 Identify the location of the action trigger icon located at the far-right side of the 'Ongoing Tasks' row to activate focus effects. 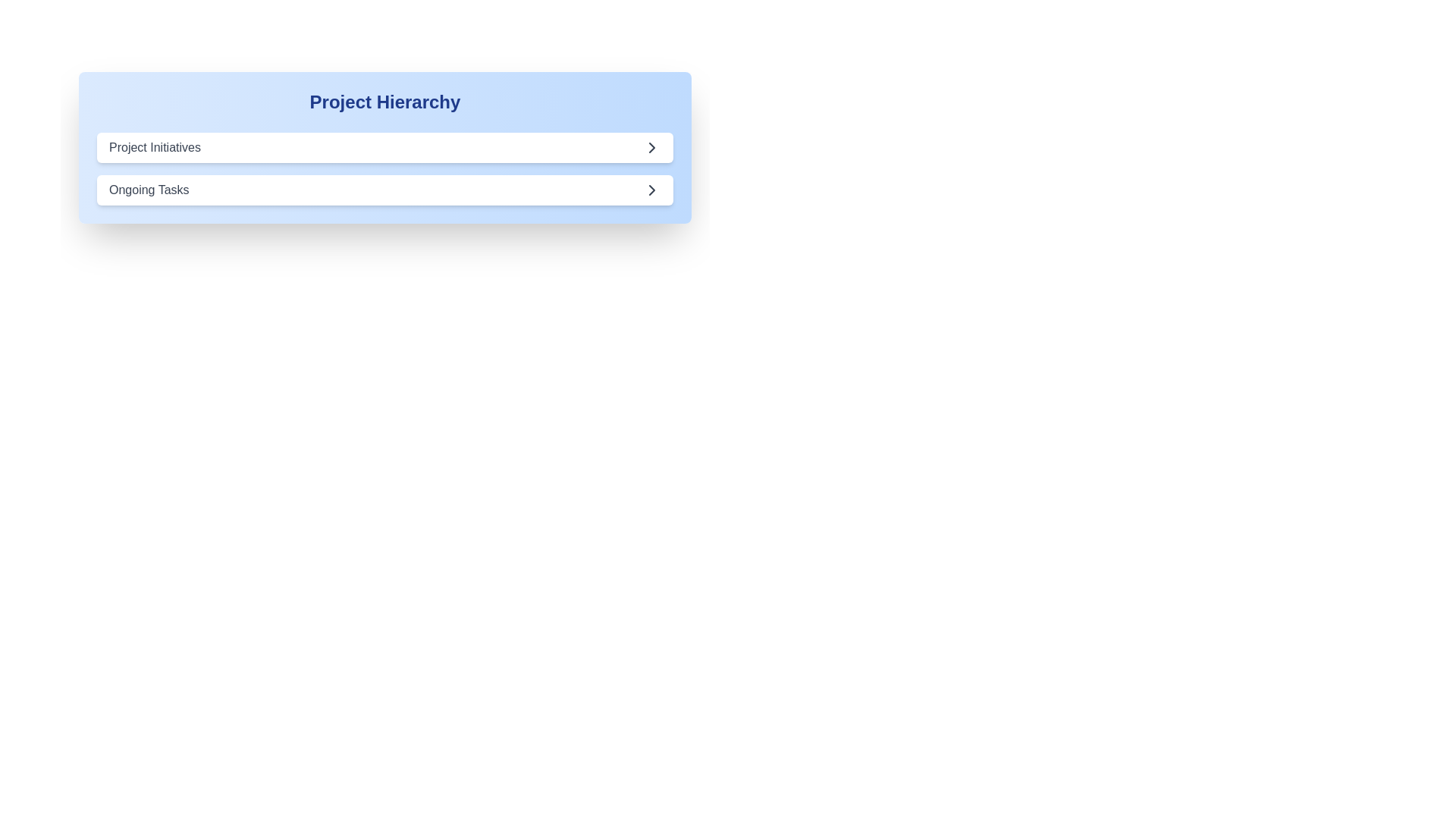
(651, 189).